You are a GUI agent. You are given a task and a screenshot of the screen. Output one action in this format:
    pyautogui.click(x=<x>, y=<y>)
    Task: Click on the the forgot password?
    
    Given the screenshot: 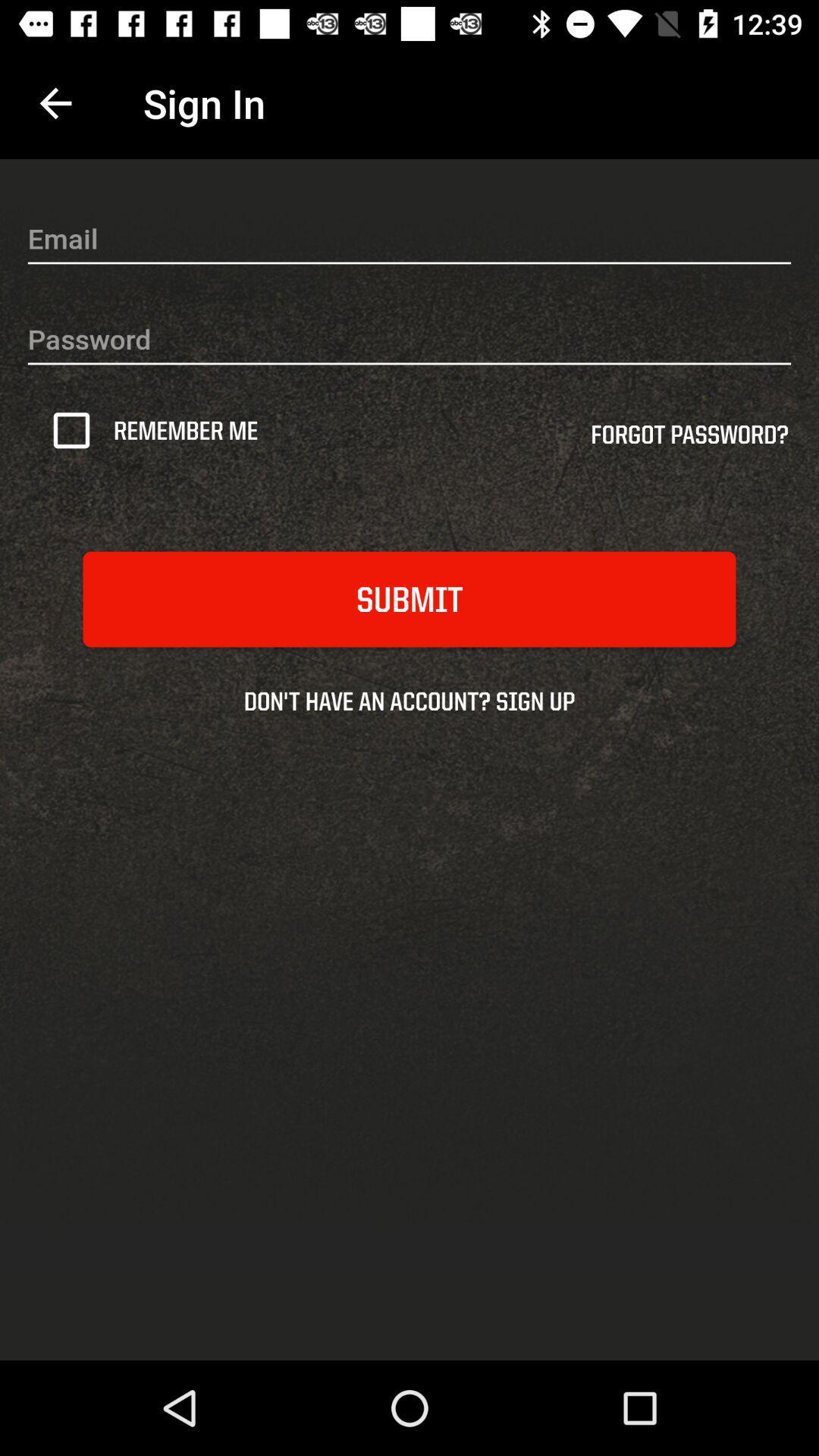 What is the action you would take?
    pyautogui.click(x=689, y=439)
    